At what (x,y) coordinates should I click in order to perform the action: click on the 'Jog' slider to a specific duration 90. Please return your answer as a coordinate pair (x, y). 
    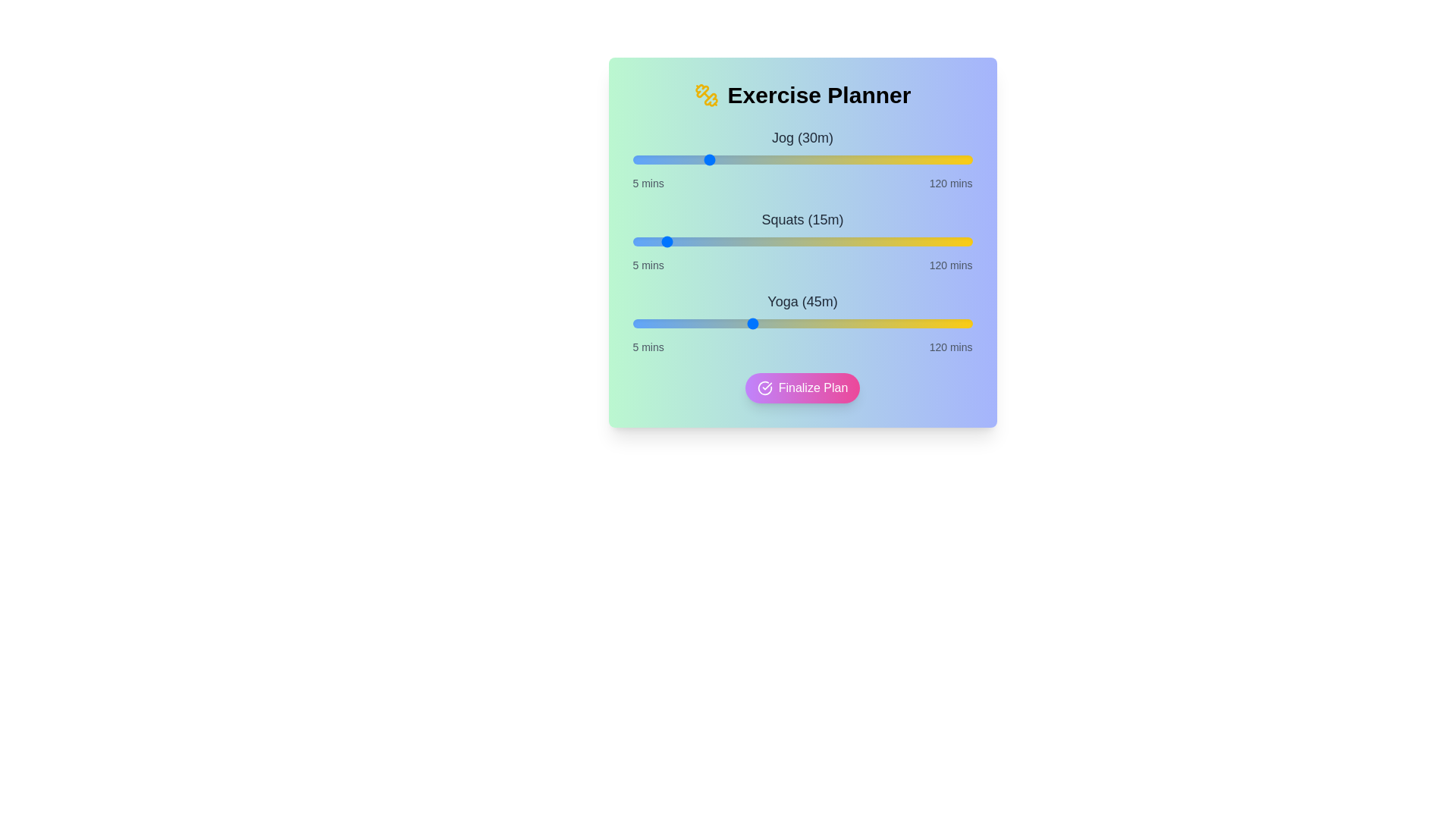
    Looking at the image, I should click on (883, 160).